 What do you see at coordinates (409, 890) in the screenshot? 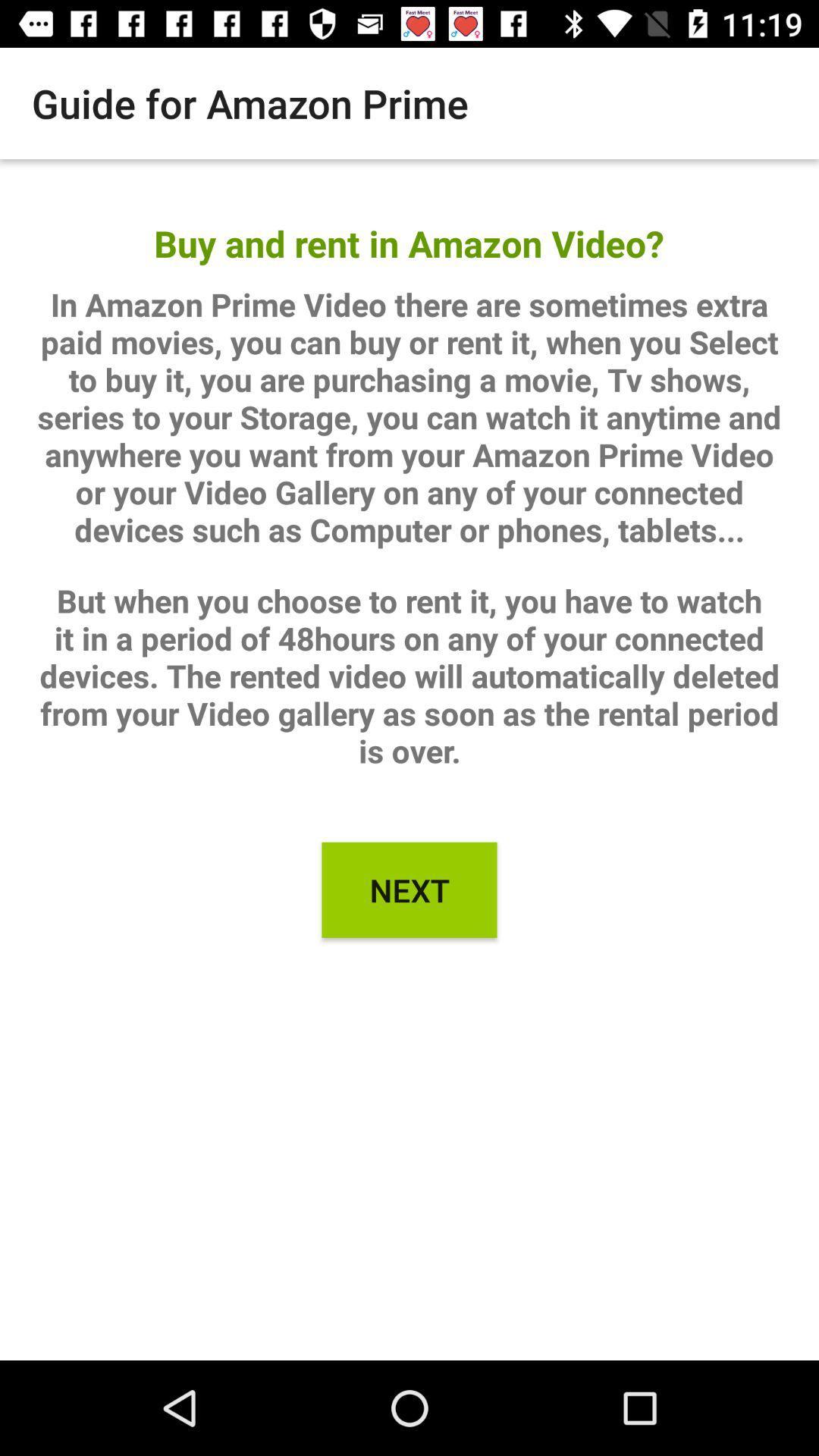
I see `next icon` at bounding box center [409, 890].